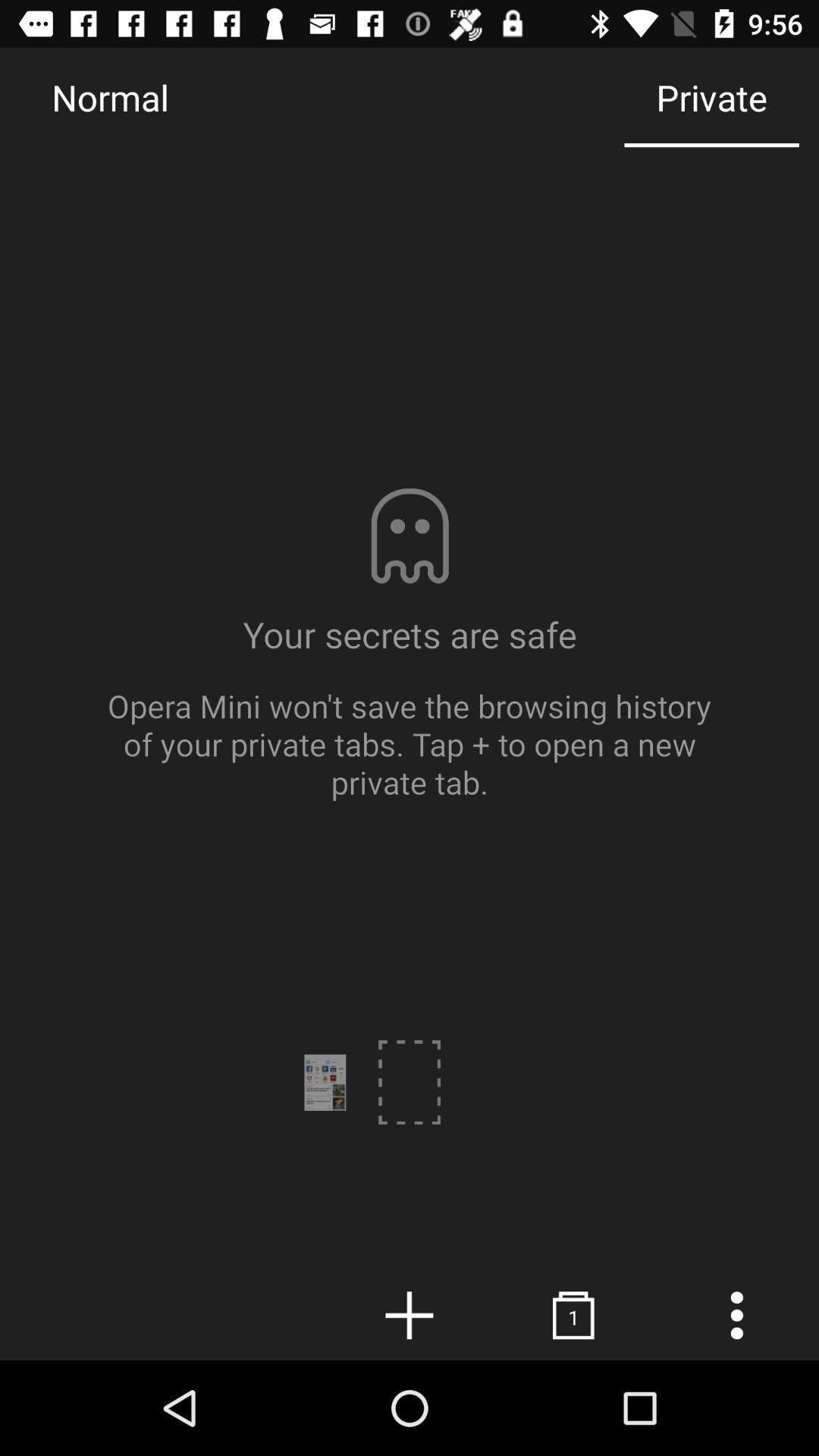 The height and width of the screenshot is (1456, 819). Describe the element at coordinates (109, 96) in the screenshot. I see `the icon at the top left corner` at that location.